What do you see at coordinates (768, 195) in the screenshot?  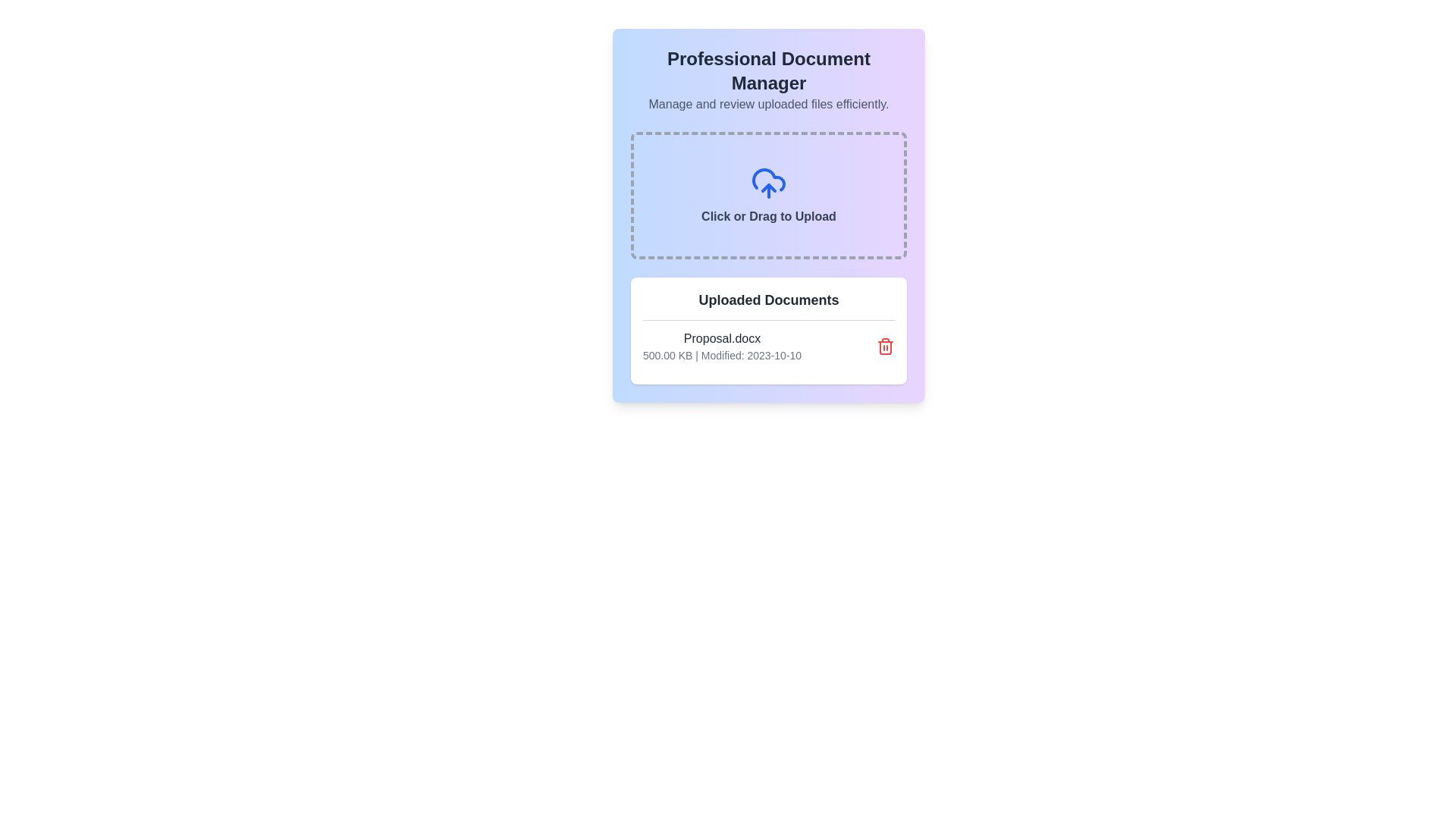 I see `the interactive upload button labeled 'Click or Drag to Upload'` at bounding box center [768, 195].